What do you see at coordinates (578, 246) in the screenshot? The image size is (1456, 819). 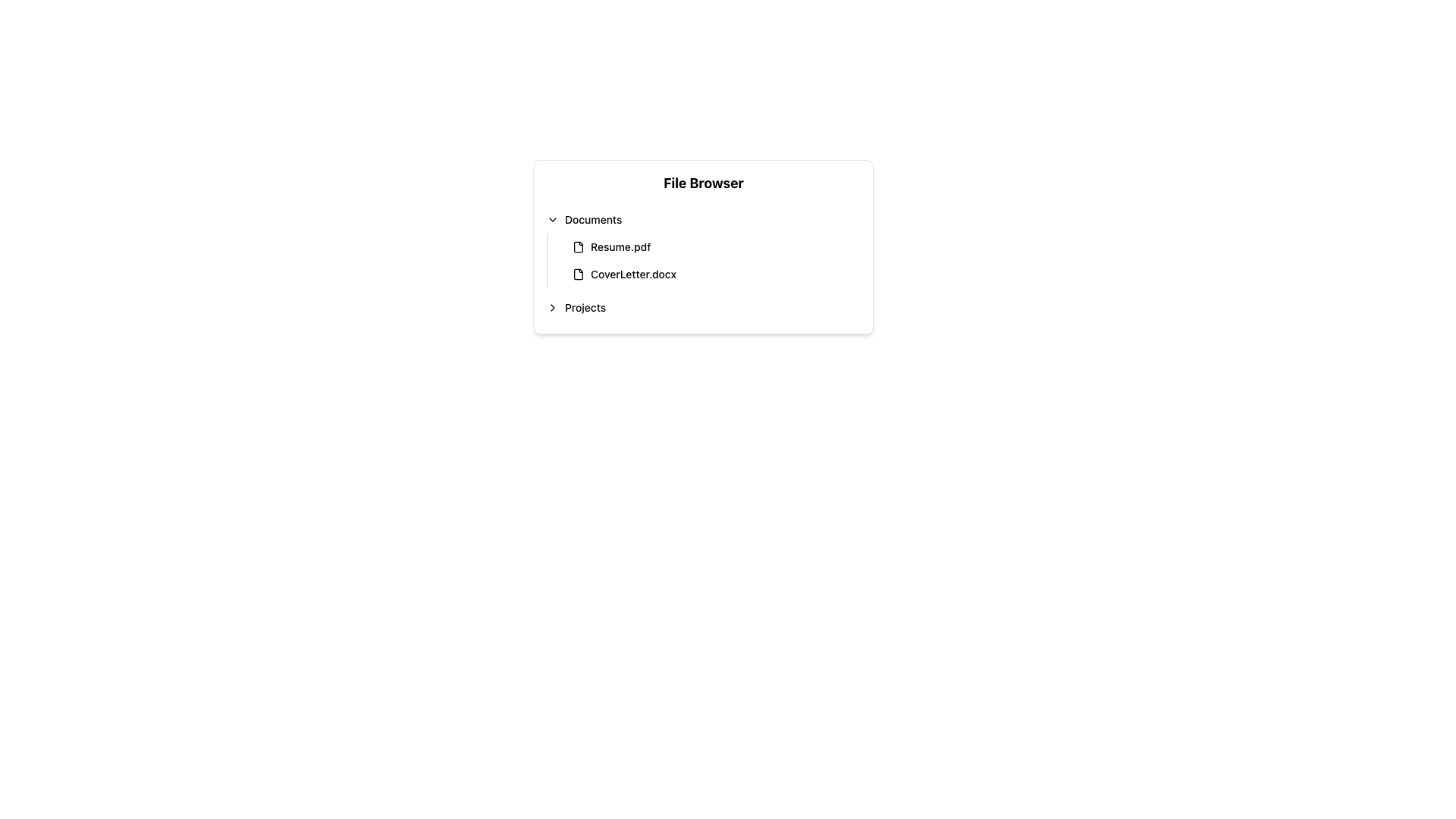 I see `the appearance of the file icon located to the left of 'Resume.pdf' in the Documents section of the file browser` at bounding box center [578, 246].